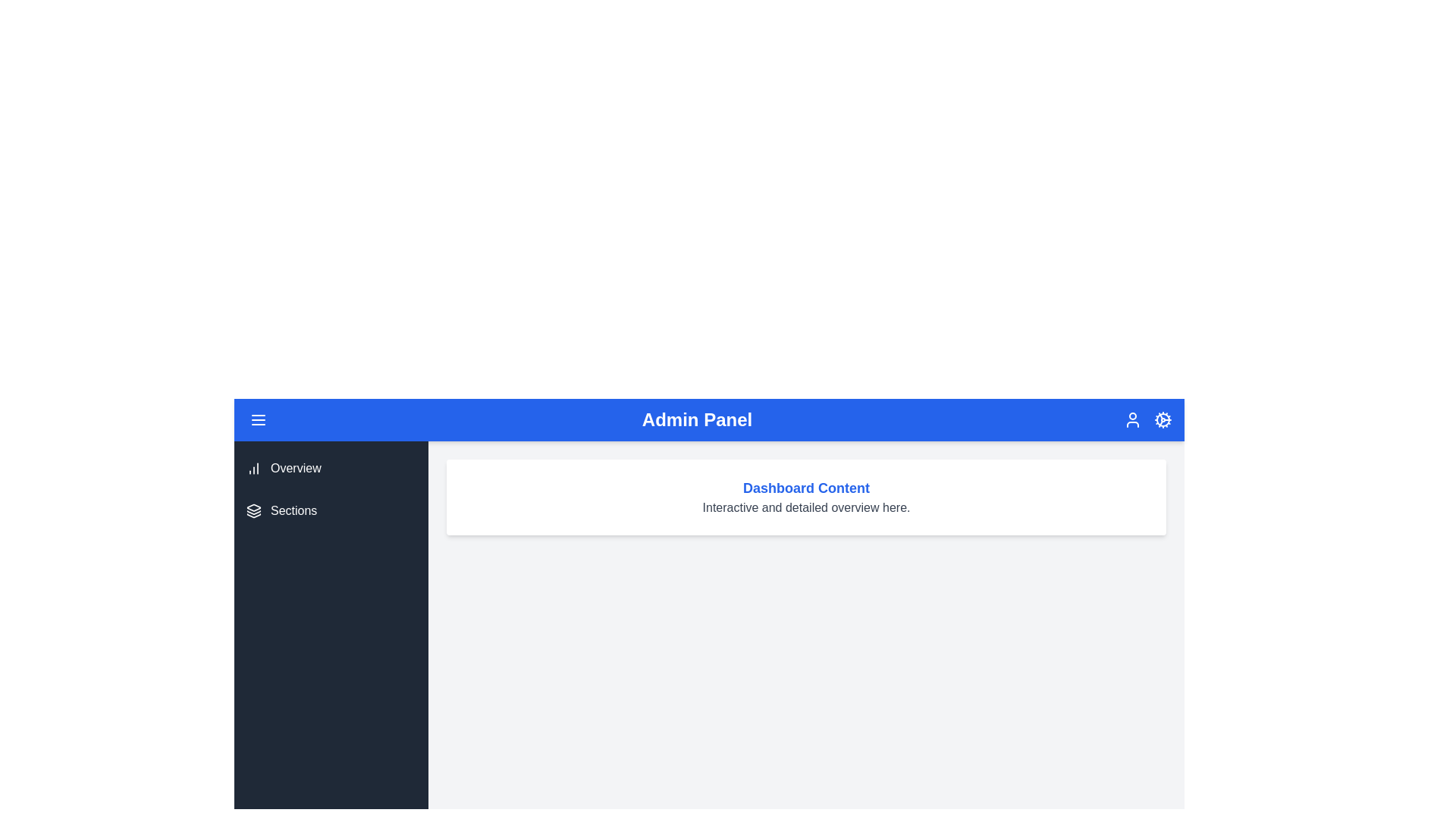 This screenshot has height=819, width=1456. Describe the element at coordinates (330, 511) in the screenshot. I see `the 'Sections' link in the sidebar` at that location.